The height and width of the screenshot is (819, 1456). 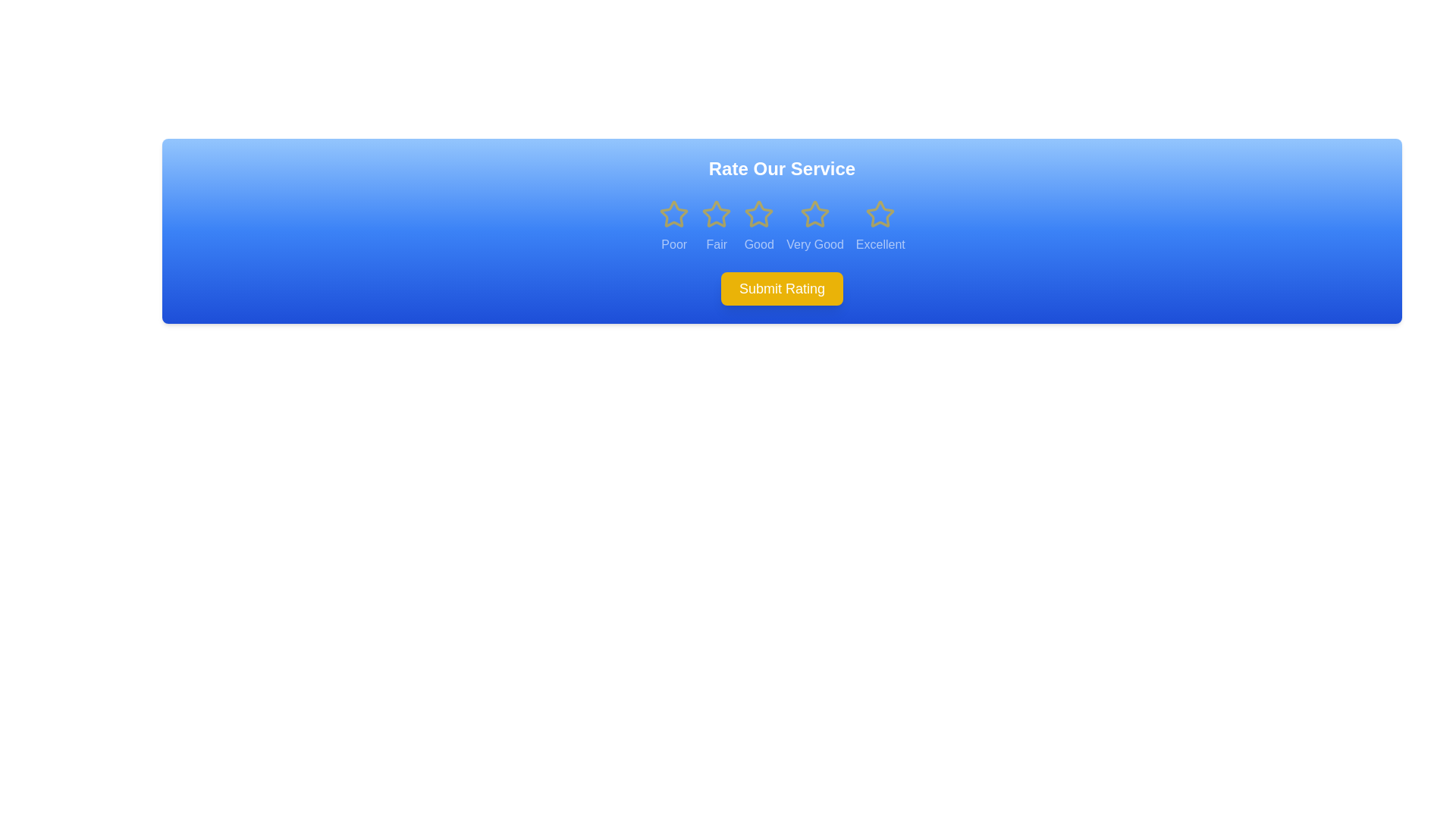 What do you see at coordinates (759, 244) in the screenshot?
I see `text label that displays 'Good', which is styled in bold white font against a blue gradient background, located below the third star in a series of five rating stars` at bounding box center [759, 244].